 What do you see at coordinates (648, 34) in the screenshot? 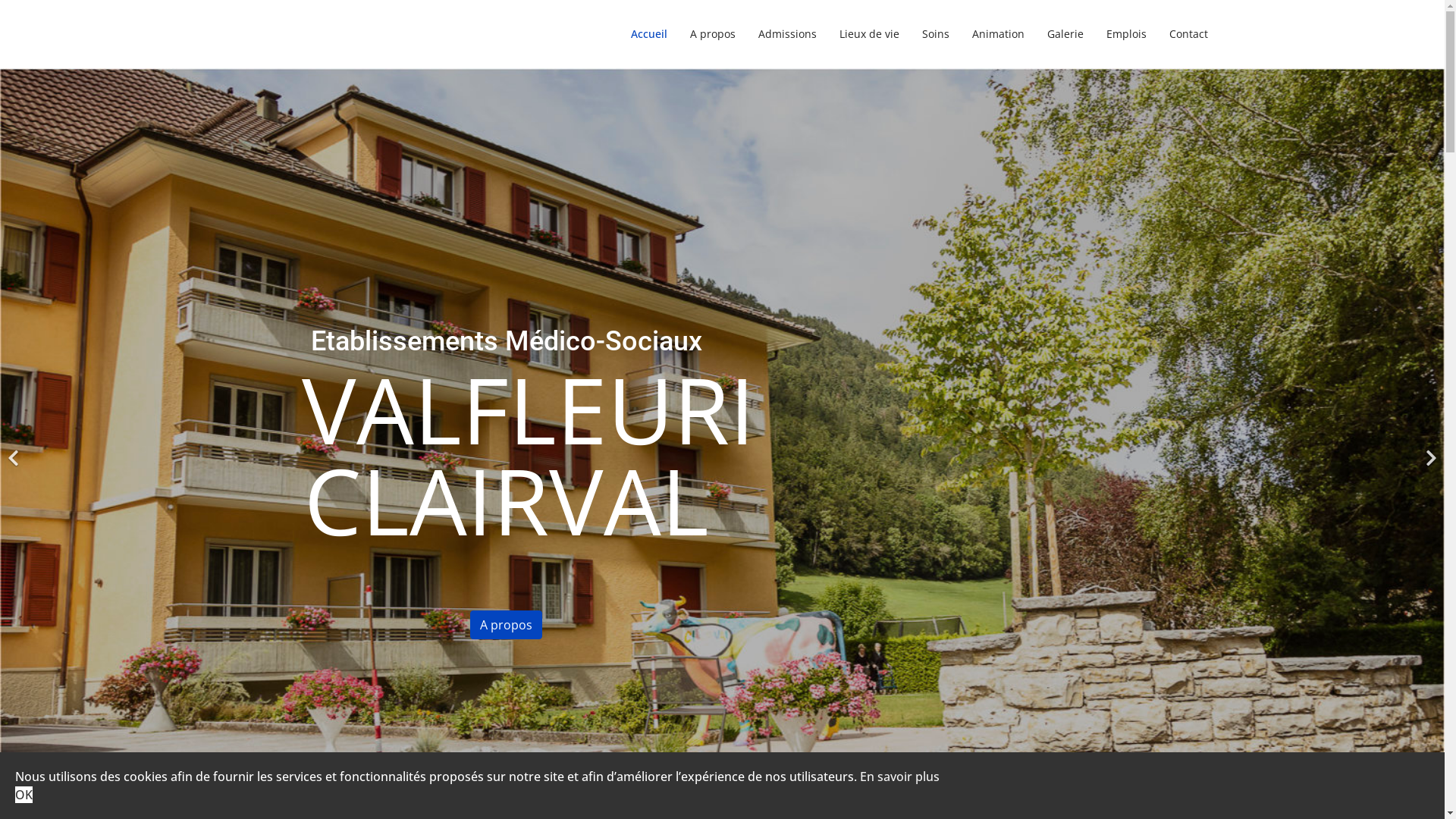
I see `'Accueil'` at bounding box center [648, 34].